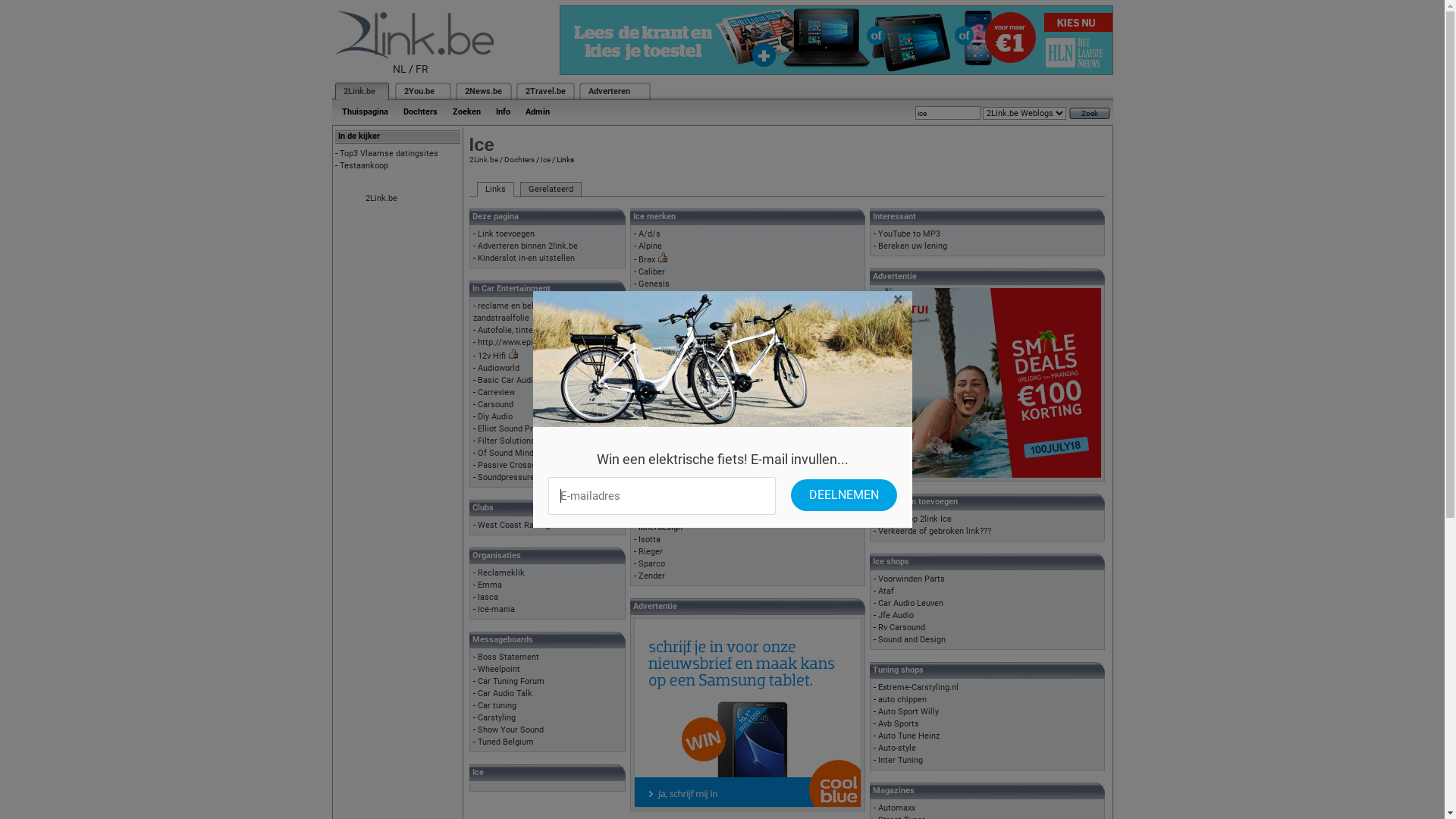 The image size is (1456, 819). Describe the element at coordinates (899, 723) in the screenshot. I see `'Avb Sports'` at that location.